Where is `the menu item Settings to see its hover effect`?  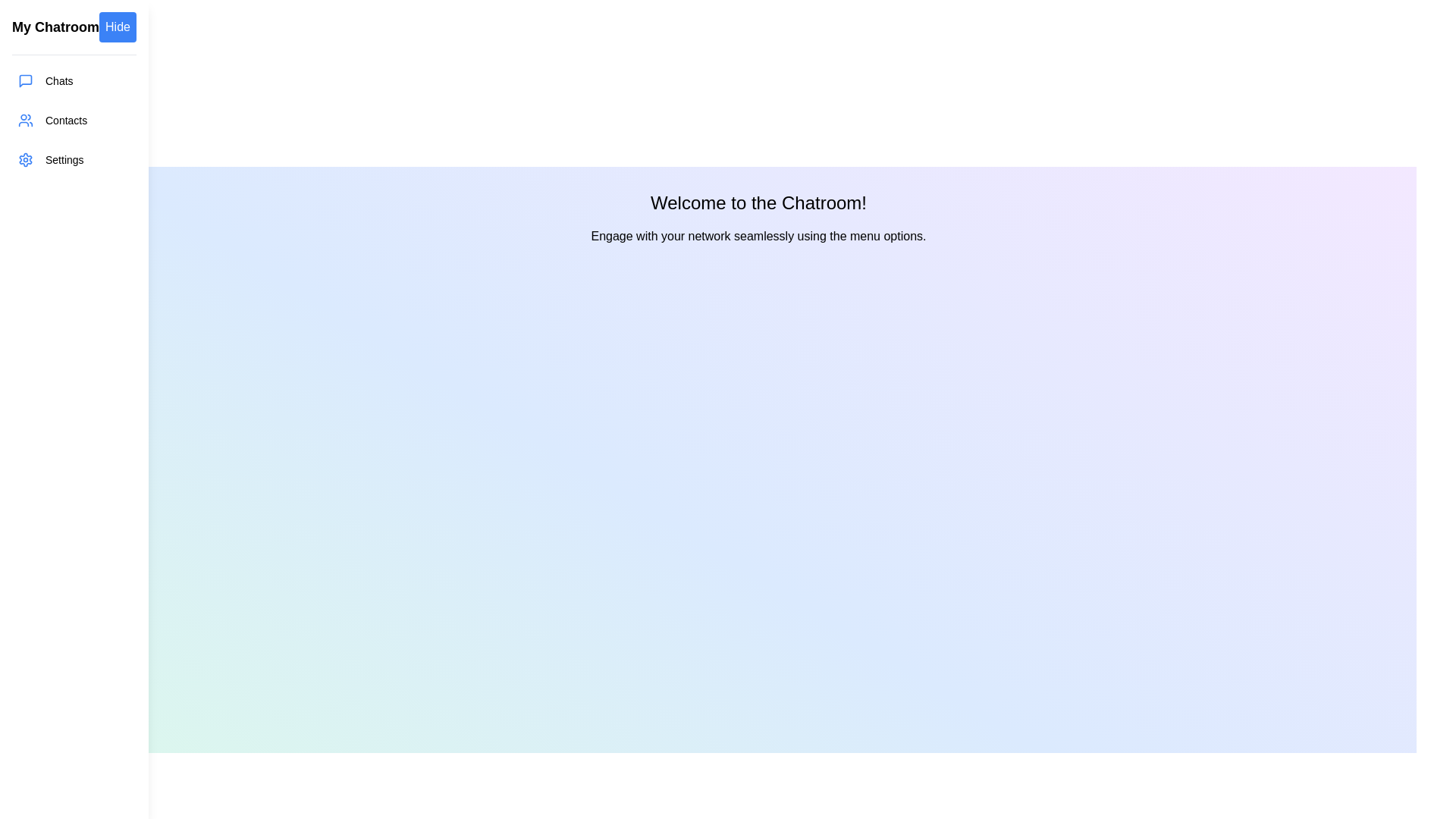 the menu item Settings to see its hover effect is located at coordinates (73, 160).